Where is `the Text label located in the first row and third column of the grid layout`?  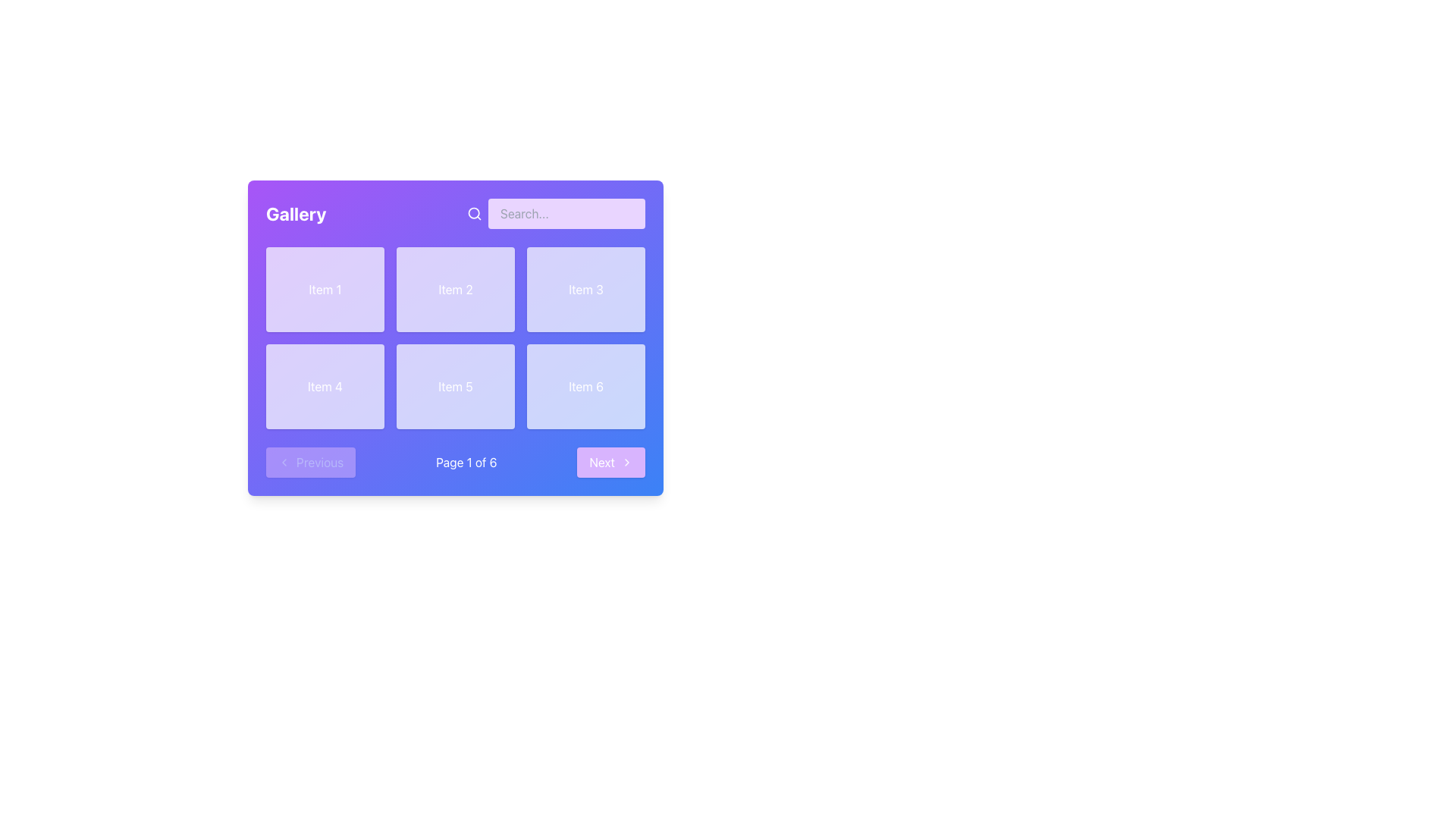 the Text label located in the first row and third column of the grid layout is located at coordinates (585, 289).